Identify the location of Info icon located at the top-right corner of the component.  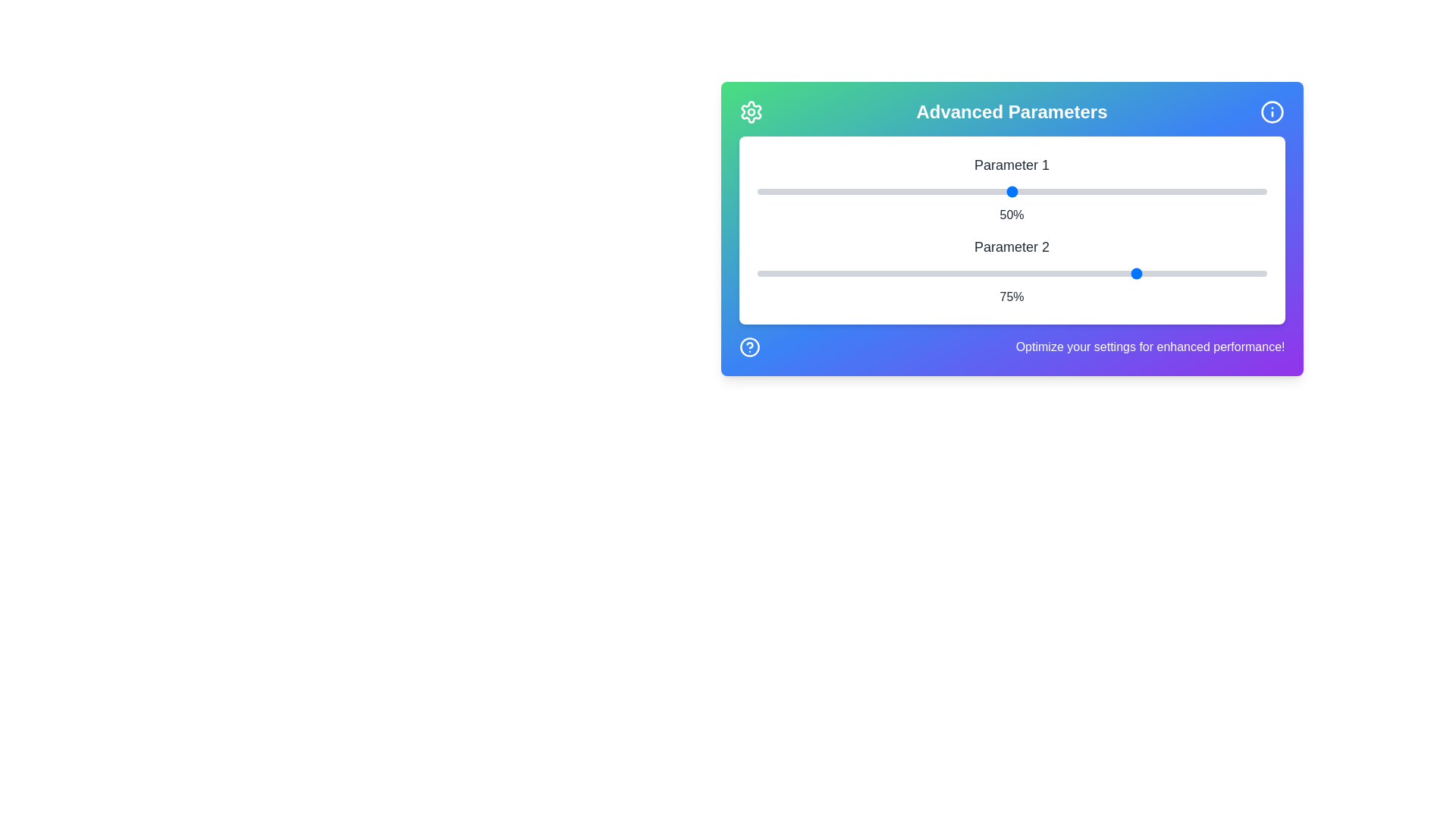
(1272, 111).